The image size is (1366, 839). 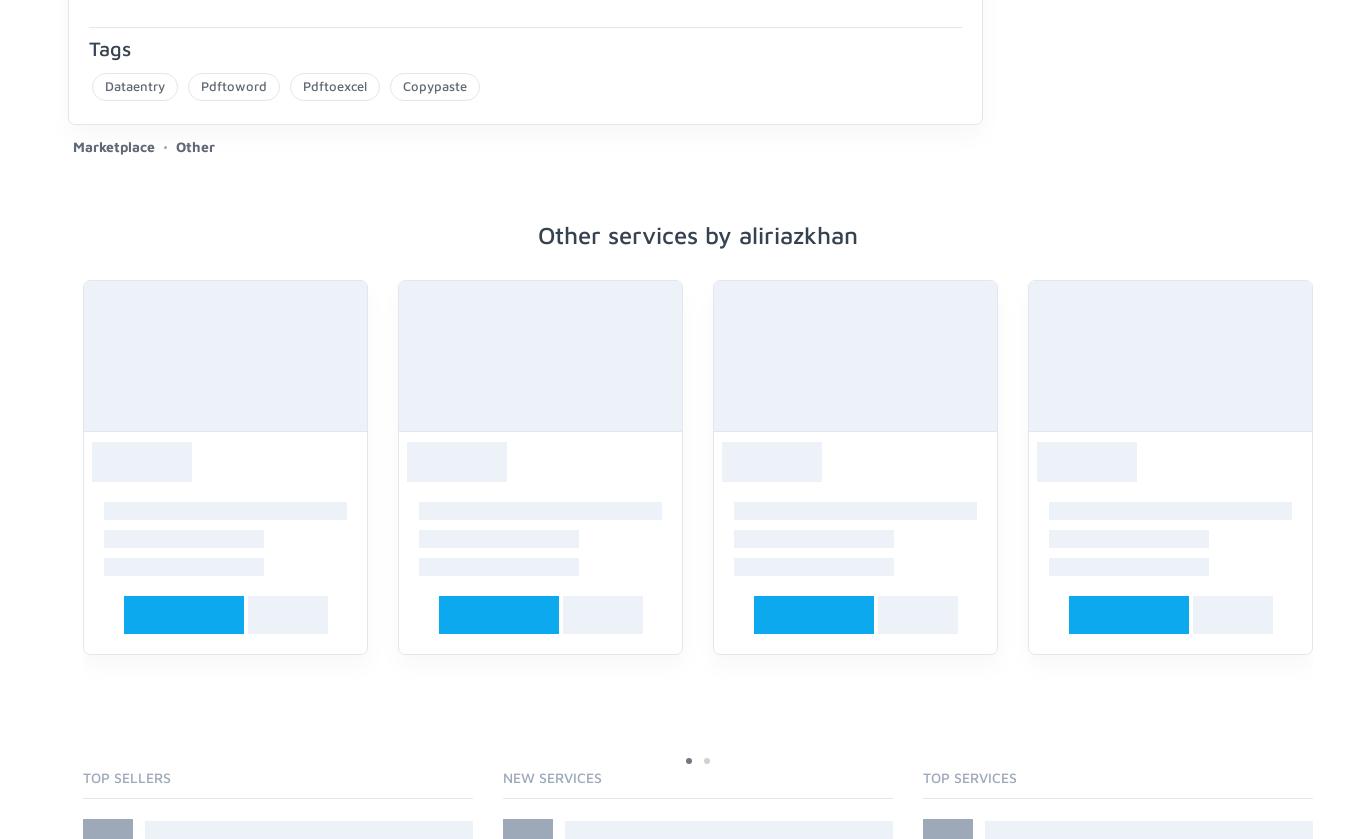 What do you see at coordinates (233, 84) in the screenshot?
I see `'Pdftoword'` at bounding box center [233, 84].